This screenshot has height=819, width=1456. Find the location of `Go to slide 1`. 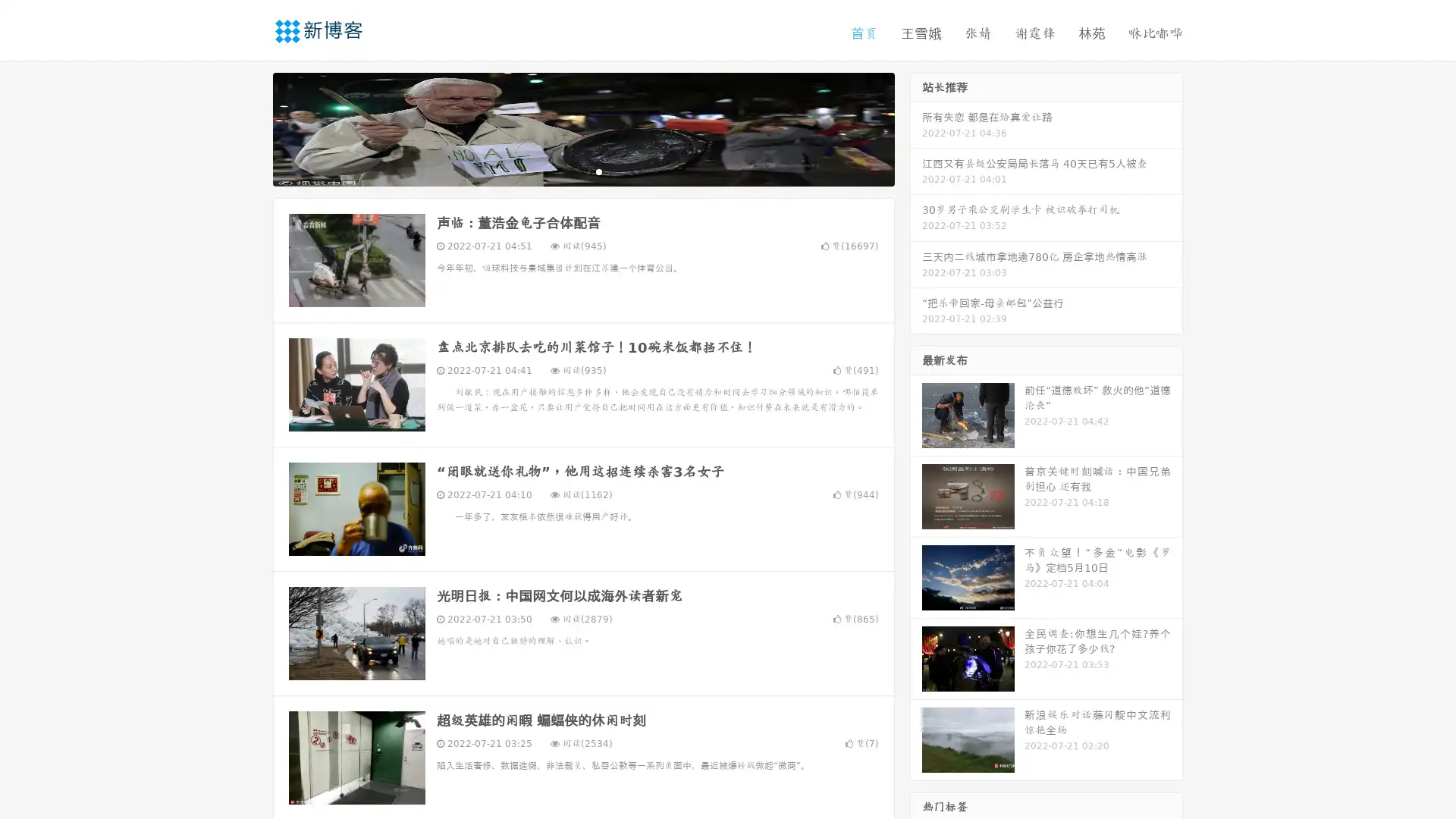

Go to slide 1 is located at coordinates (567, 171).